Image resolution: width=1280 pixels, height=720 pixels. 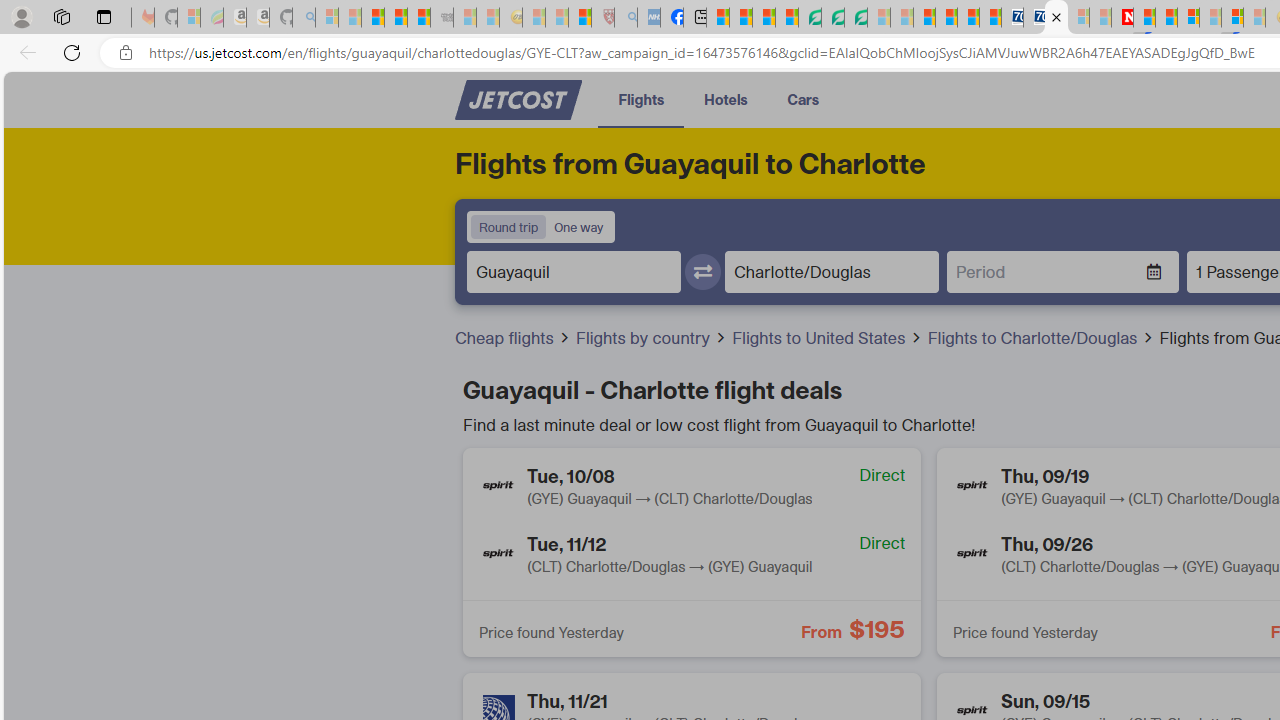 I want to click on 'Class: no-underline cursor-pointer', so click(x=518, y=100).